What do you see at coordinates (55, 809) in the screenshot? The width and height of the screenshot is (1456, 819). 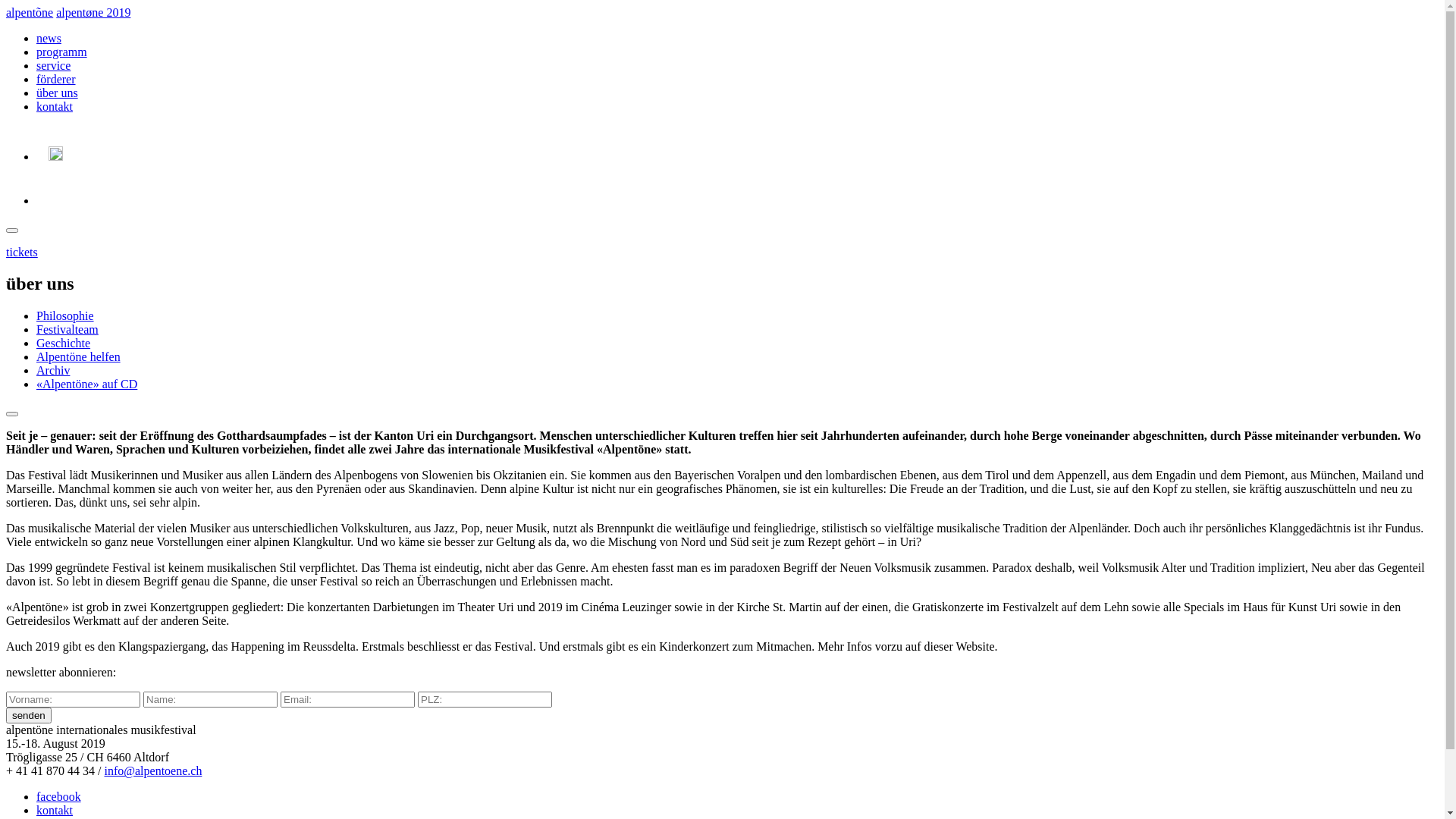 I see `'kontakt'` at bounding box center [55, 809].